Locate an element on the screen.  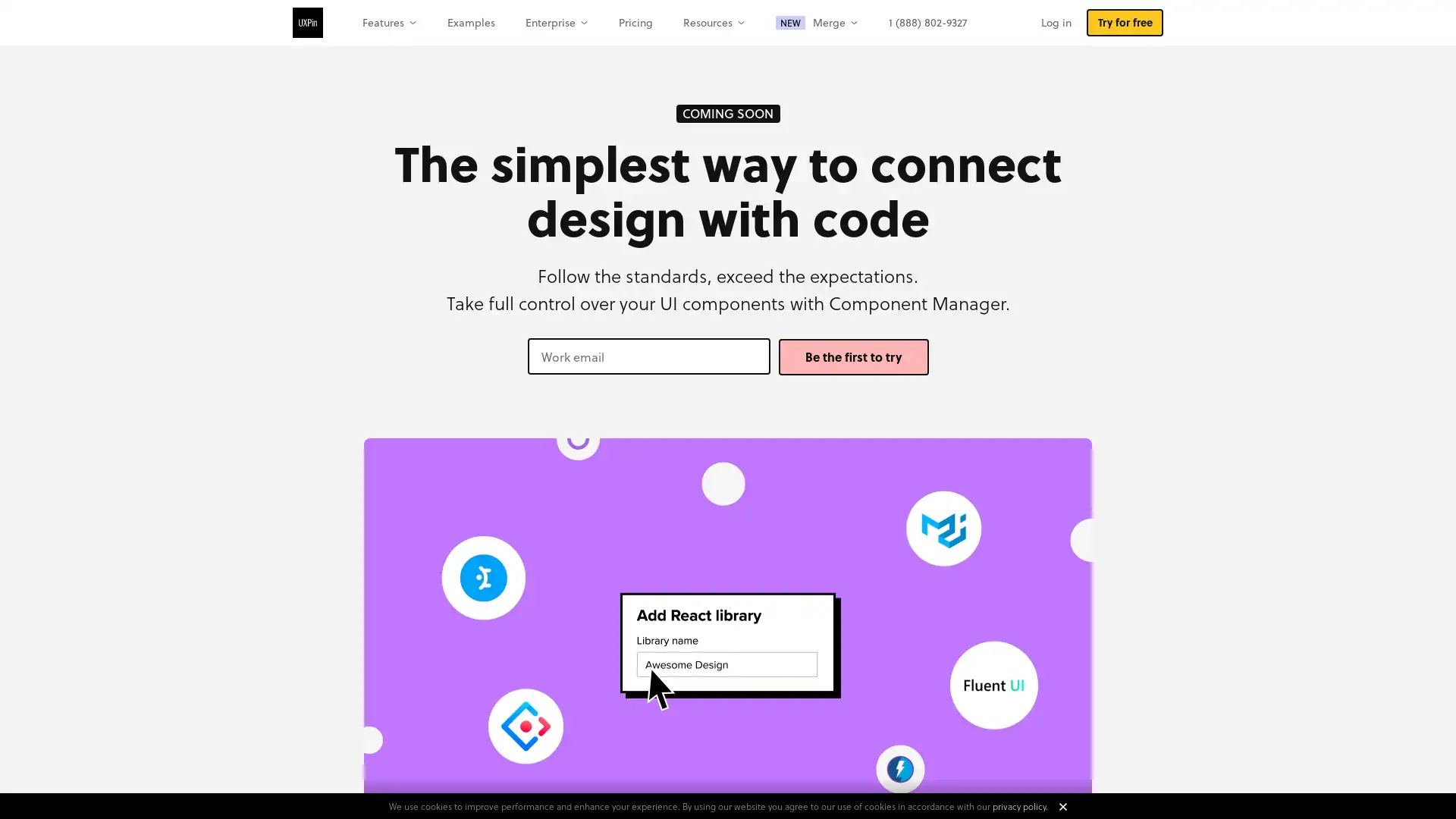
Close is located at coordinates (1062, 806).